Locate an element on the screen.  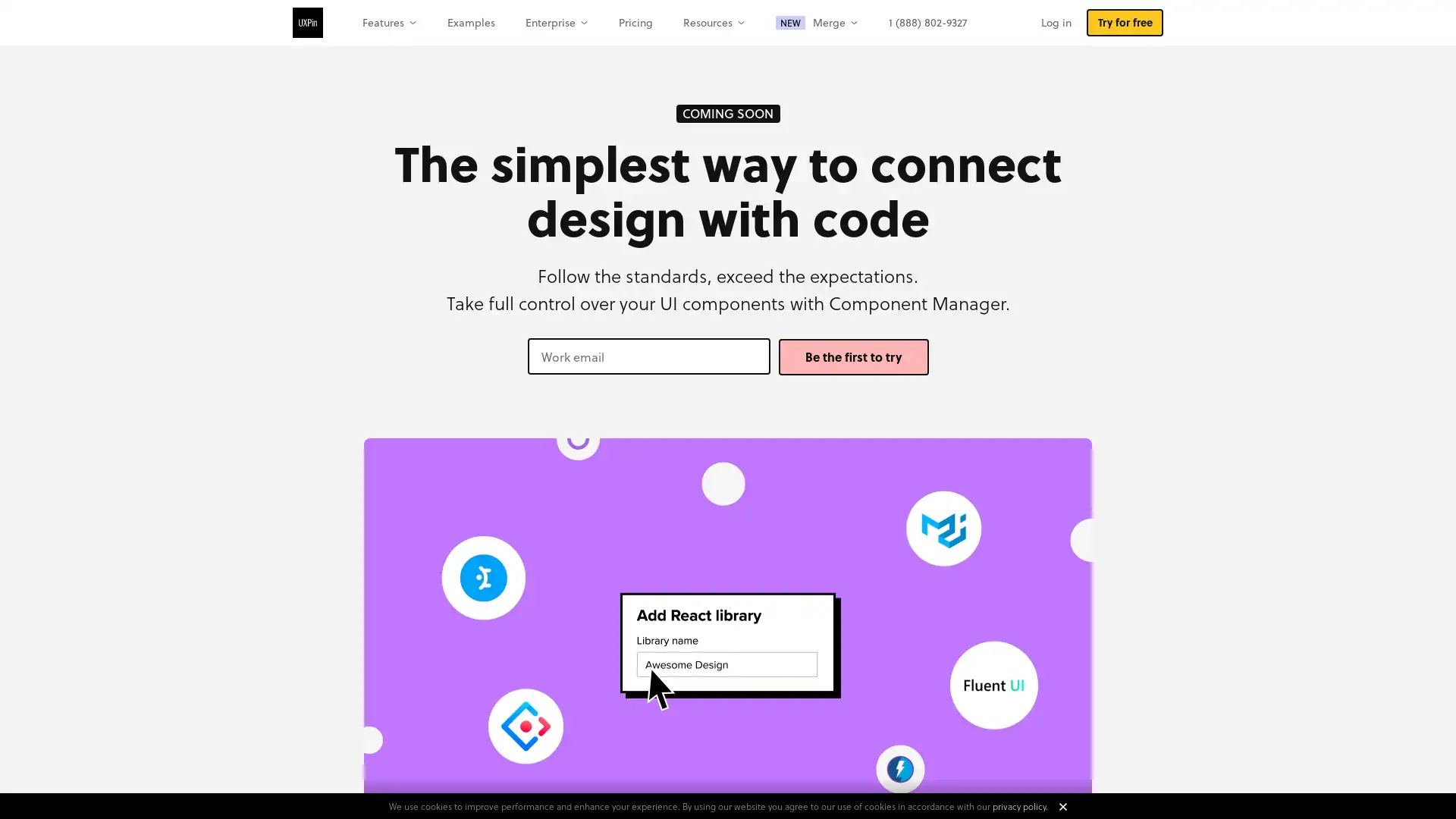
Close is located at coordinates (1062, 806).